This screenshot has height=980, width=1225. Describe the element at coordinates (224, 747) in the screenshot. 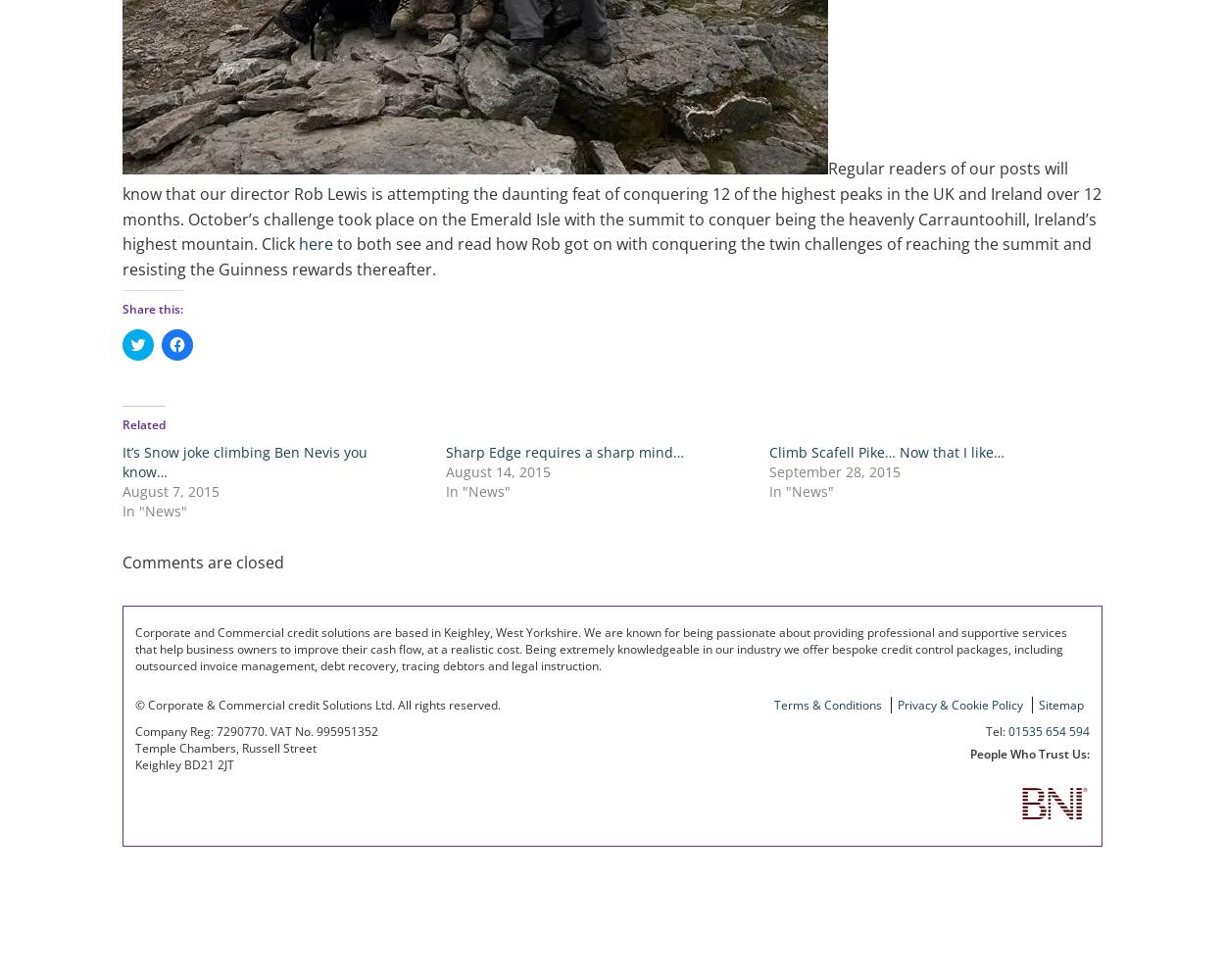

I see `'Temple Chambers, Russell Street'` at that location.